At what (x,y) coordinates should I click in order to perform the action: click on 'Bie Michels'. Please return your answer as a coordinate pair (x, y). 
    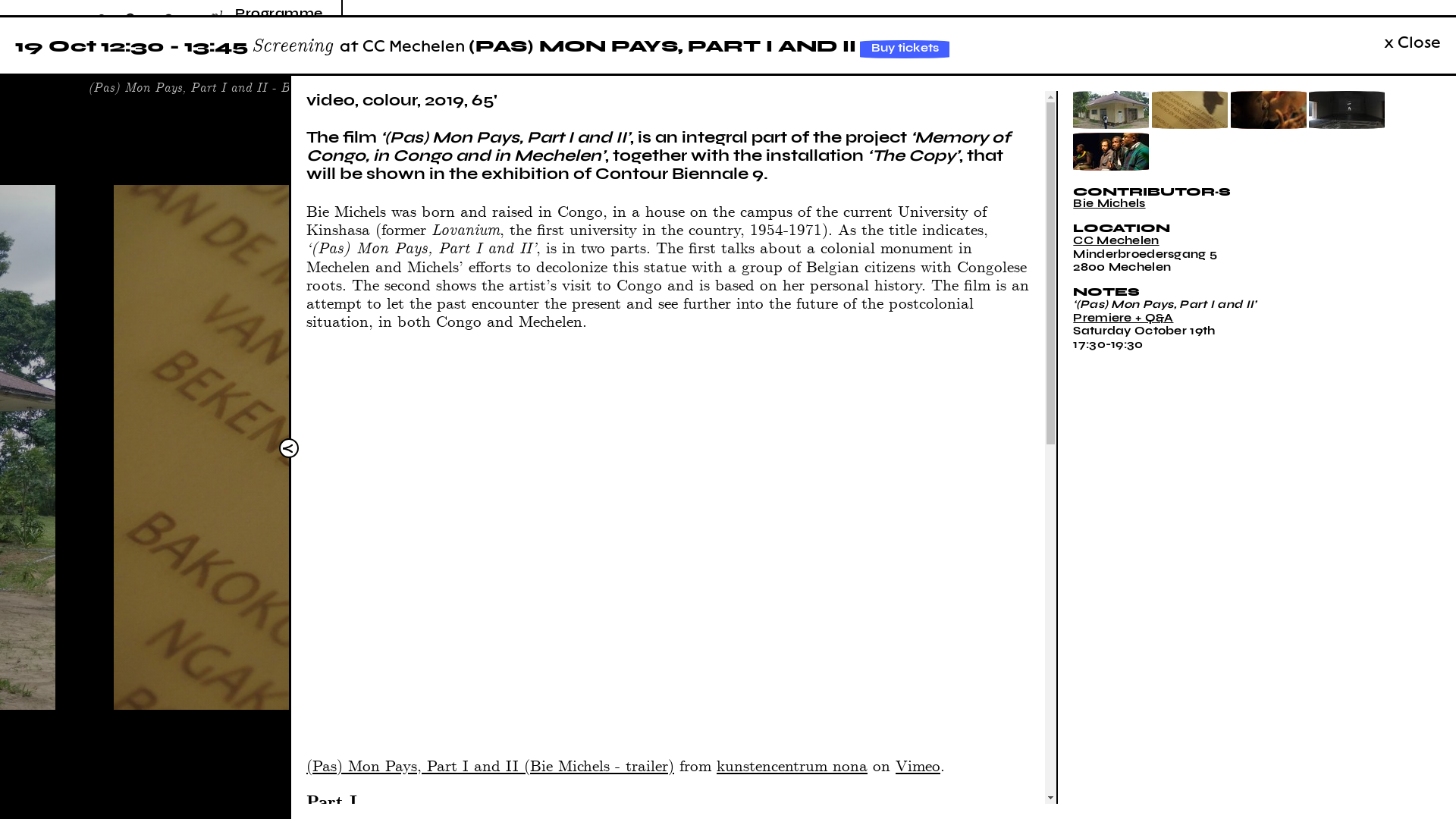
    Looking at the image, I should click on (1109, 202).